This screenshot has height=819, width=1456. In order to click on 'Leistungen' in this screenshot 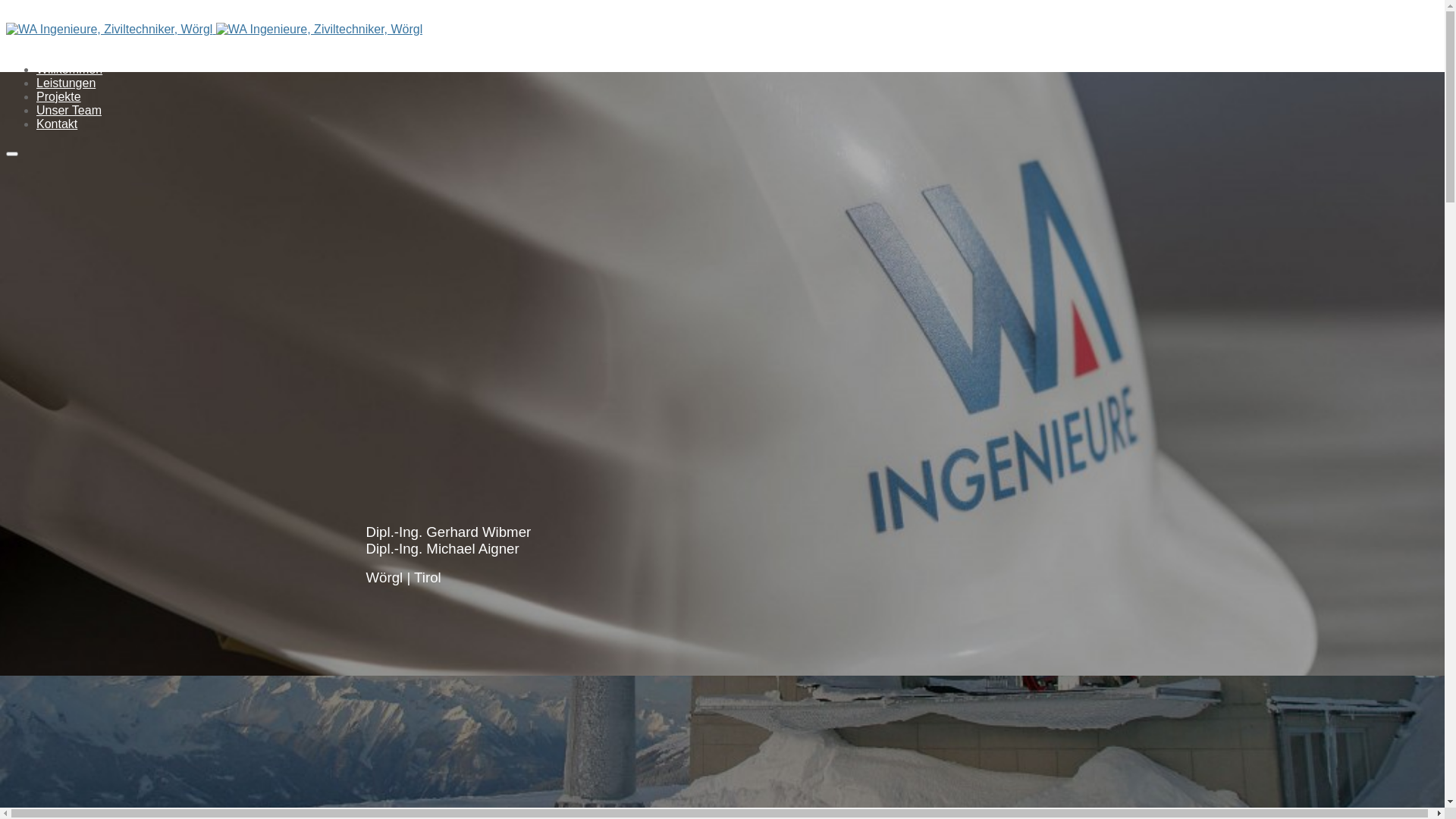, I will do `click(64, 83)`.